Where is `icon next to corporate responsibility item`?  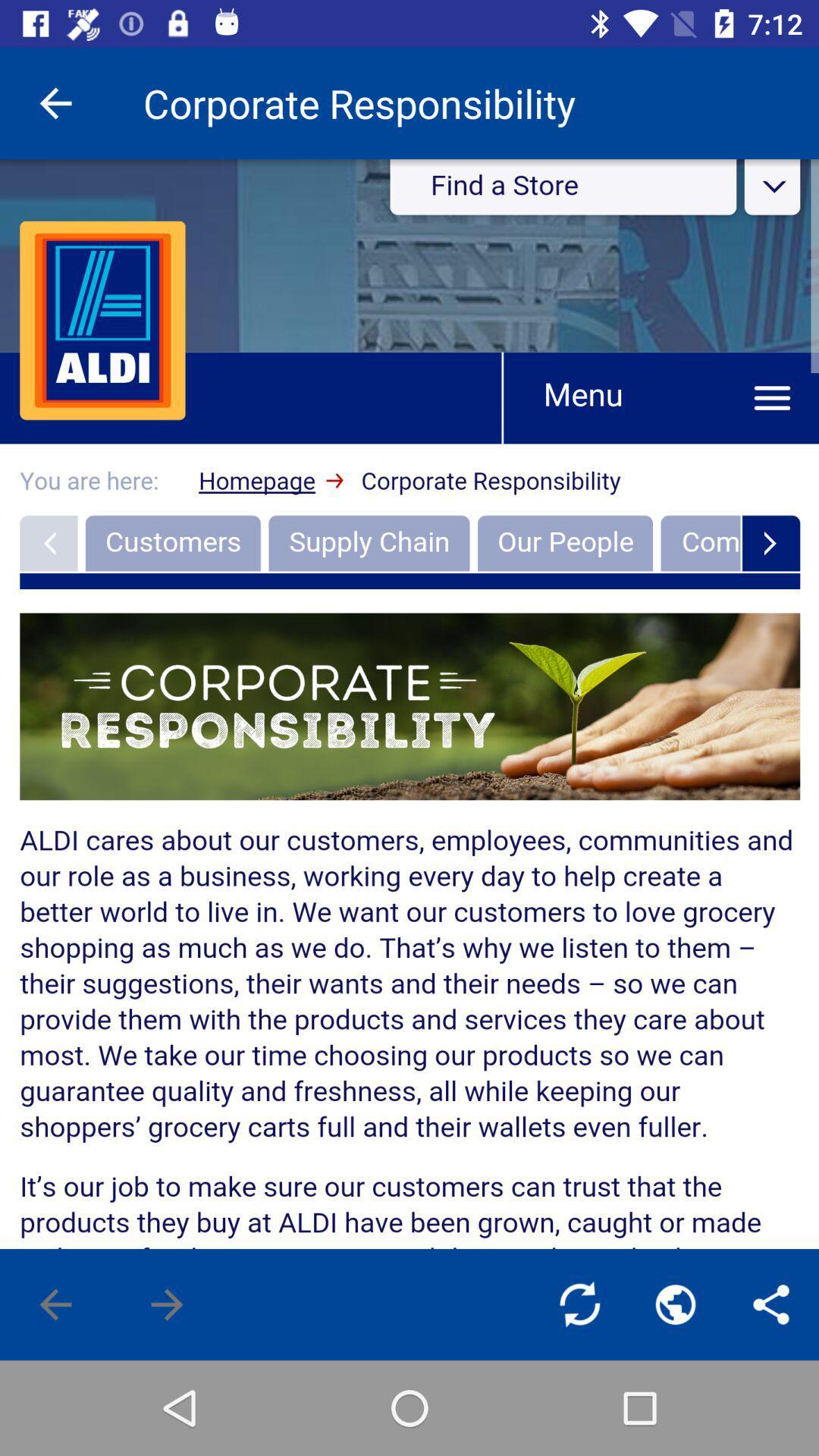 icon next to corporate responsibility item is located at coordinates (55, 102).